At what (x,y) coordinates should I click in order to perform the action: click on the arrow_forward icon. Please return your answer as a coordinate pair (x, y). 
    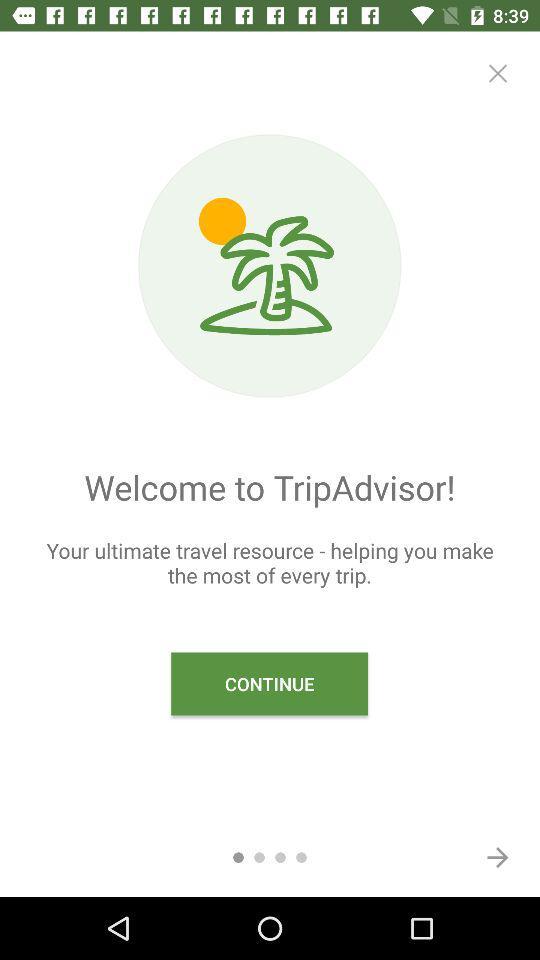
    Looking at the image, I should click on (496, 856).